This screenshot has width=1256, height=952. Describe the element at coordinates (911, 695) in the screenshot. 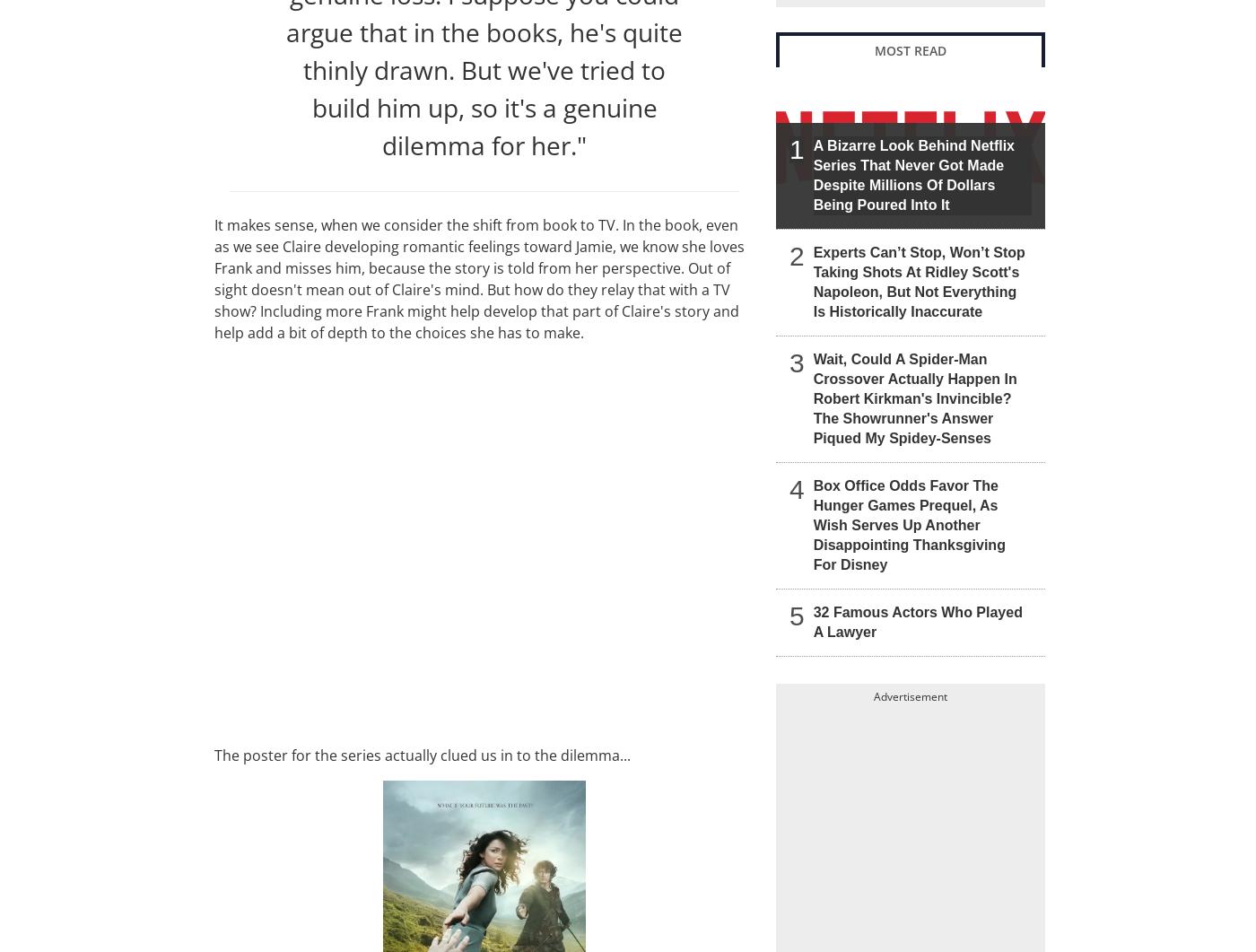

I see `'Advertisement'` at that location.